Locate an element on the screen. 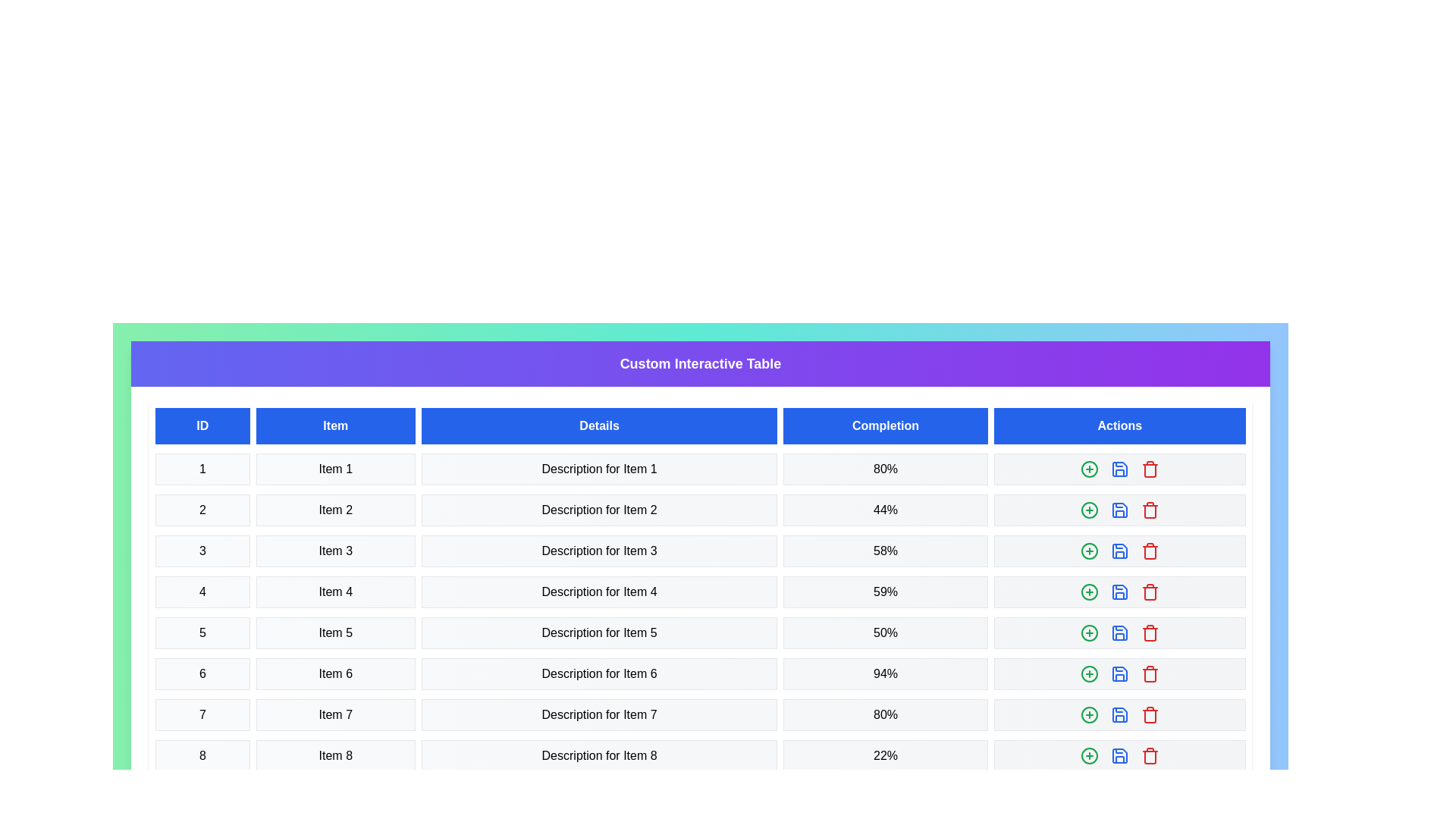 The height and width of the screenshot is (819, 1456). 'Save' button in the 'Actions' column for the row corresponding to the specified item is located at coordinates (1119, 468).